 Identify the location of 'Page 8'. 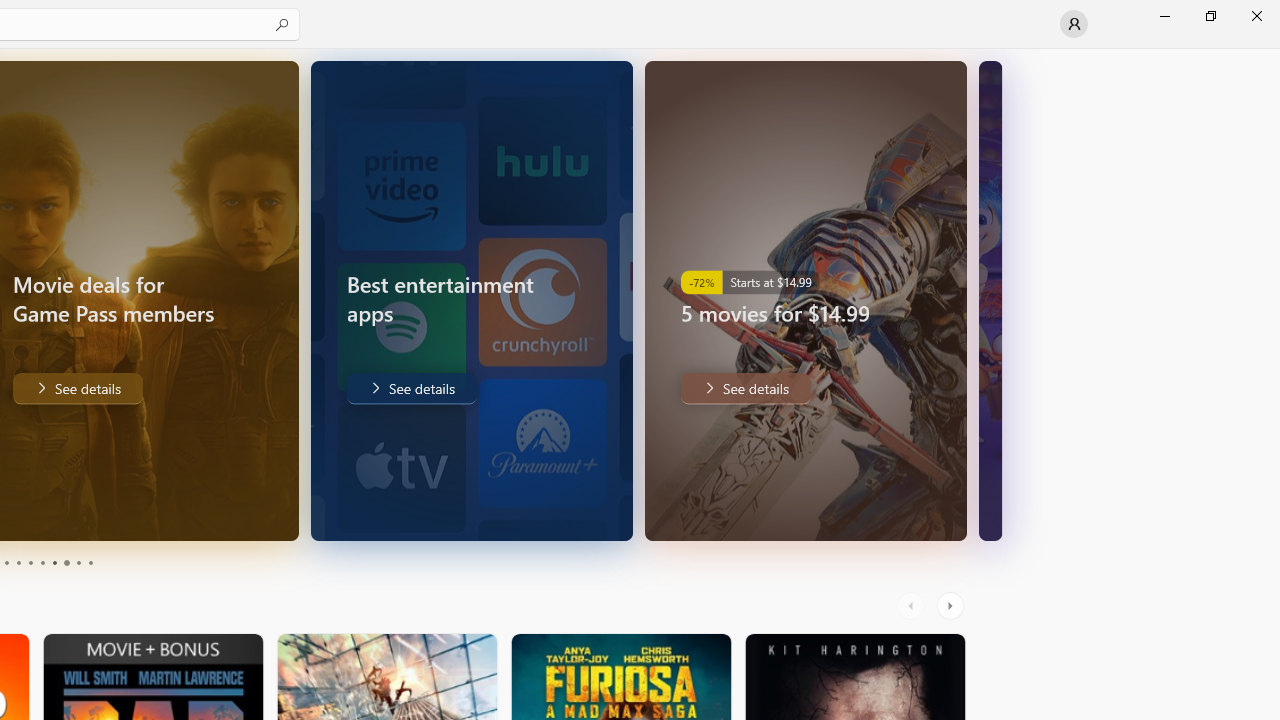
(65, 563).